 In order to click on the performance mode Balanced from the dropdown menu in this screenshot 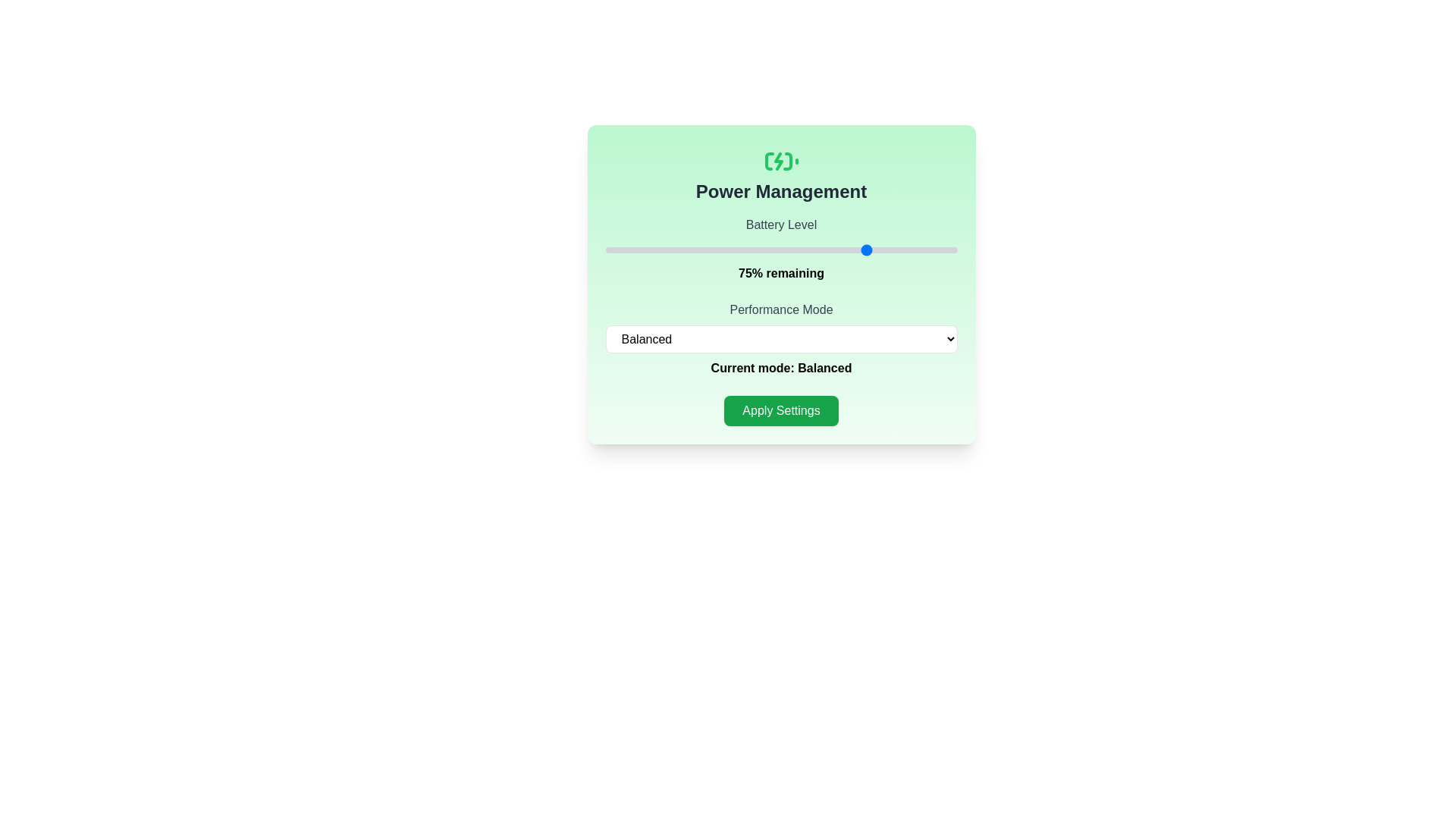, I will do `click(781, 338)`.